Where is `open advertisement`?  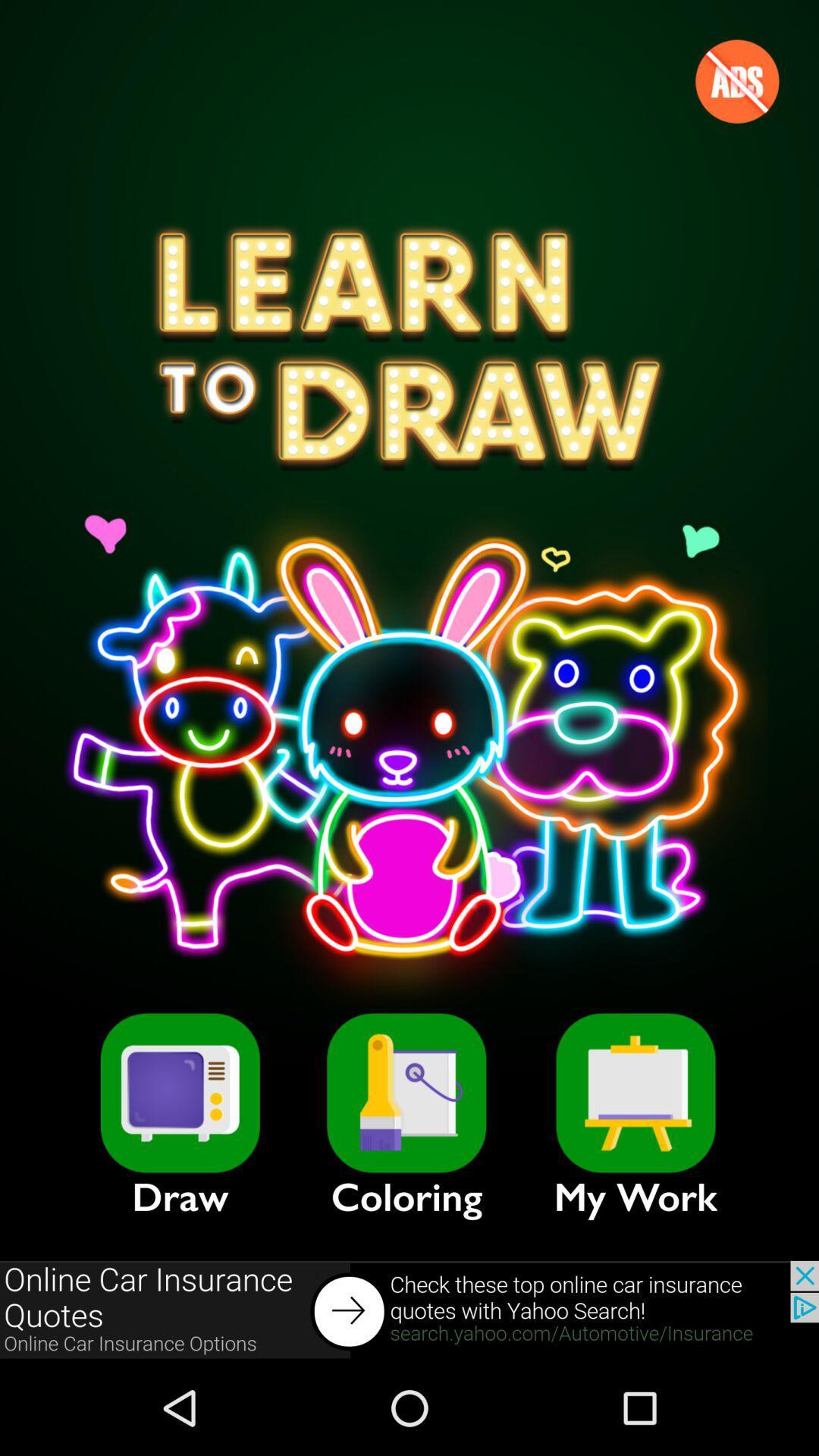 open advertisement is located at coordinates (409, 1310).